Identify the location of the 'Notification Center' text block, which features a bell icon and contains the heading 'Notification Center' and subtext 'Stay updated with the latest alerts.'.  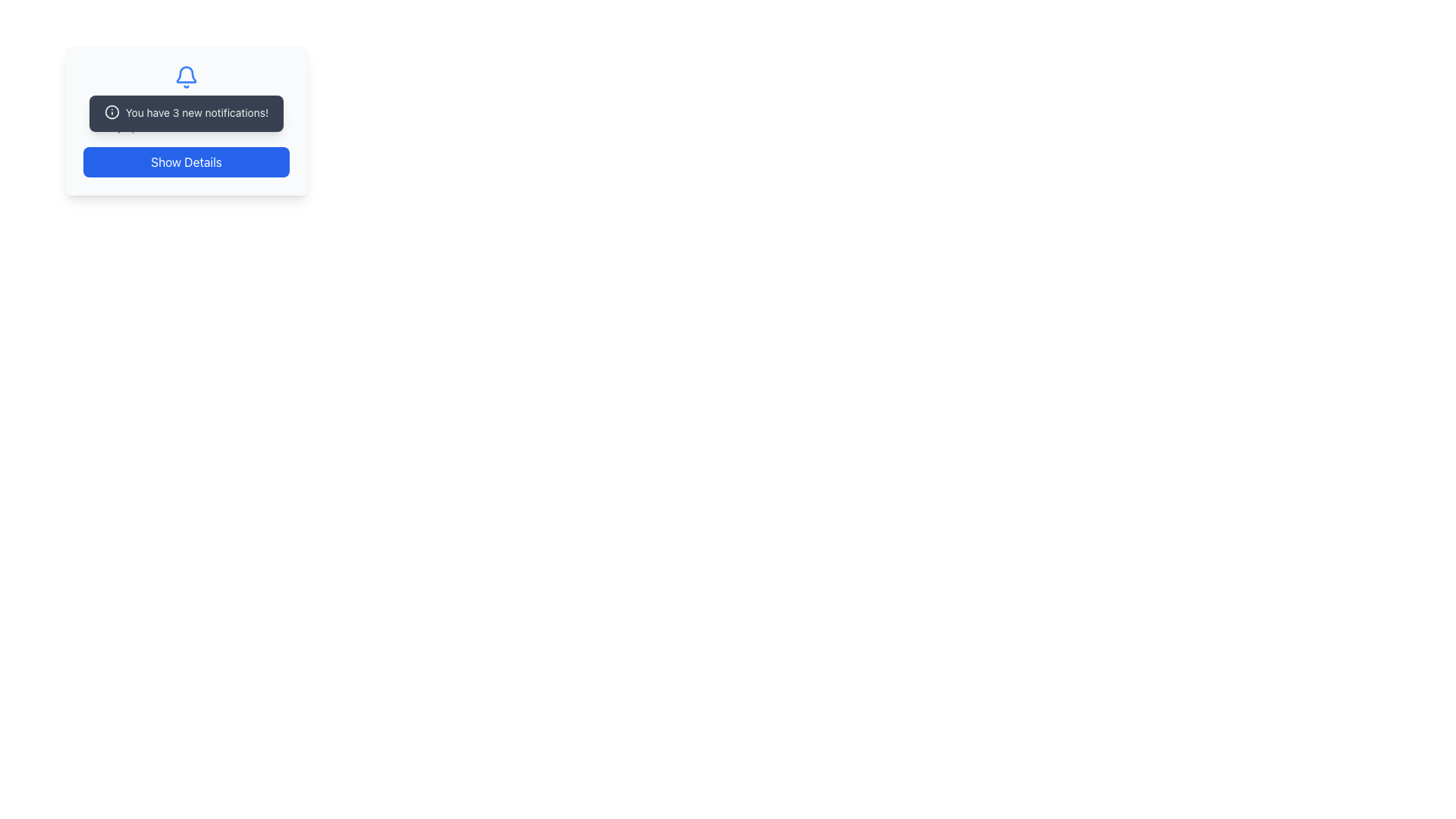
(185, 99).